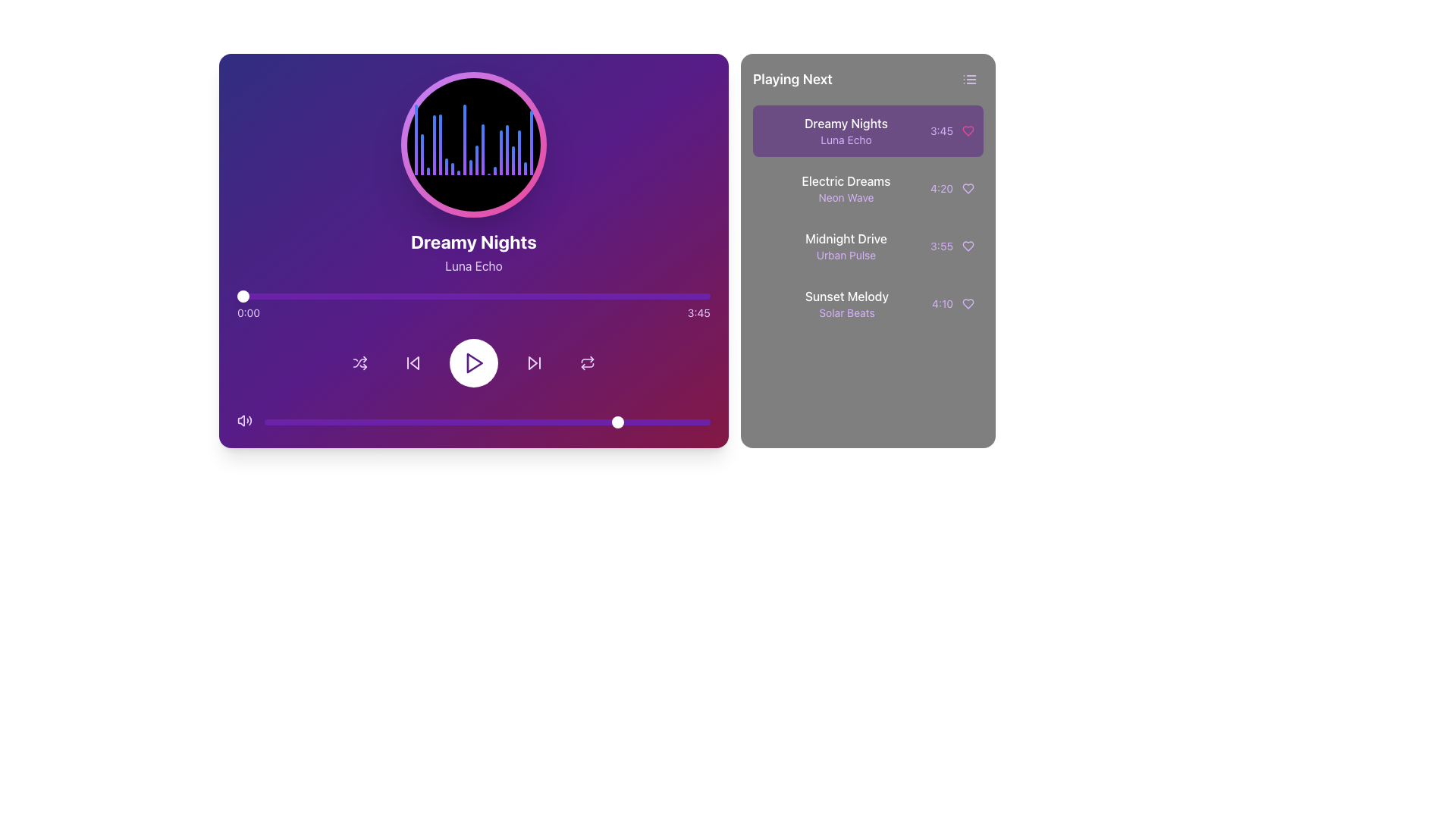 This screenshot has width=1456, height=819. What do you see at coordinates (472, 145) in the screenshot?
I see `the circular audio visualization component with a gradient border from purple to pink and a black inner background, displaying colorful bars in blue shades, centered above the texts 'Dreamy Nights' and 'Luna Echo'` at bounding box center [472, 145].